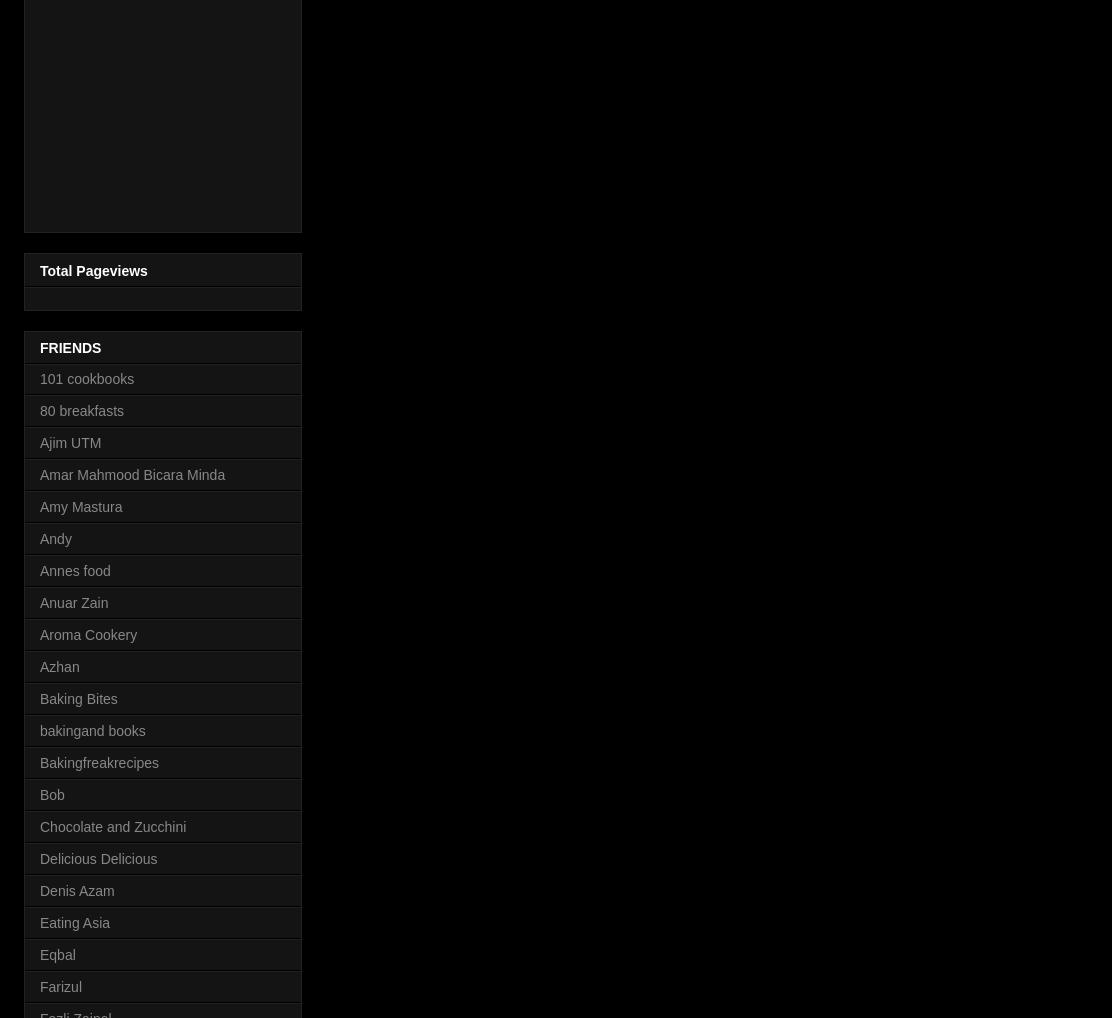 This screenshot has height=1018, width=1112. What do you see at coordinates (73, 569) in the screenshot?
I see `'Annes food'` at bounding box center [73, 569].